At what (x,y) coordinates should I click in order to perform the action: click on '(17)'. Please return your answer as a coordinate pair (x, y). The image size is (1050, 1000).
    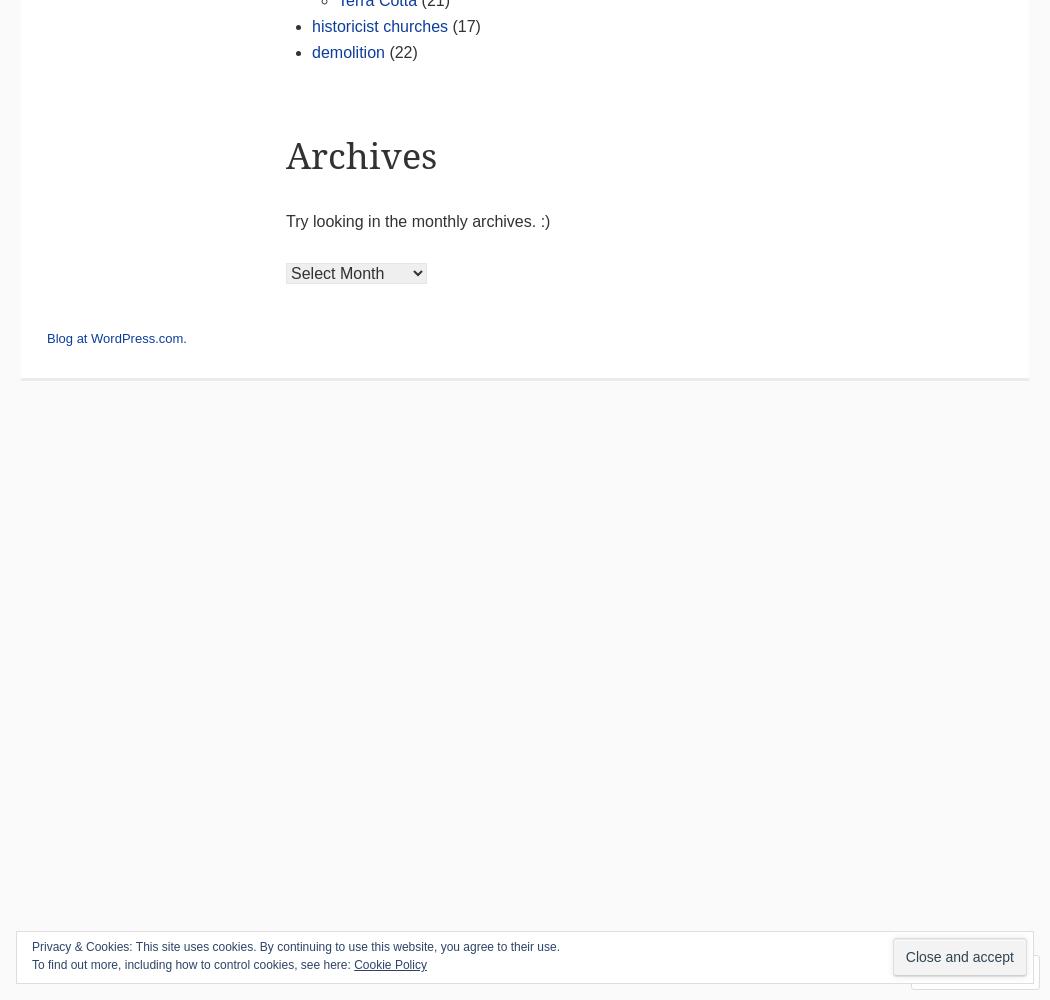
    Looking at the image, I should click on (463, 25).